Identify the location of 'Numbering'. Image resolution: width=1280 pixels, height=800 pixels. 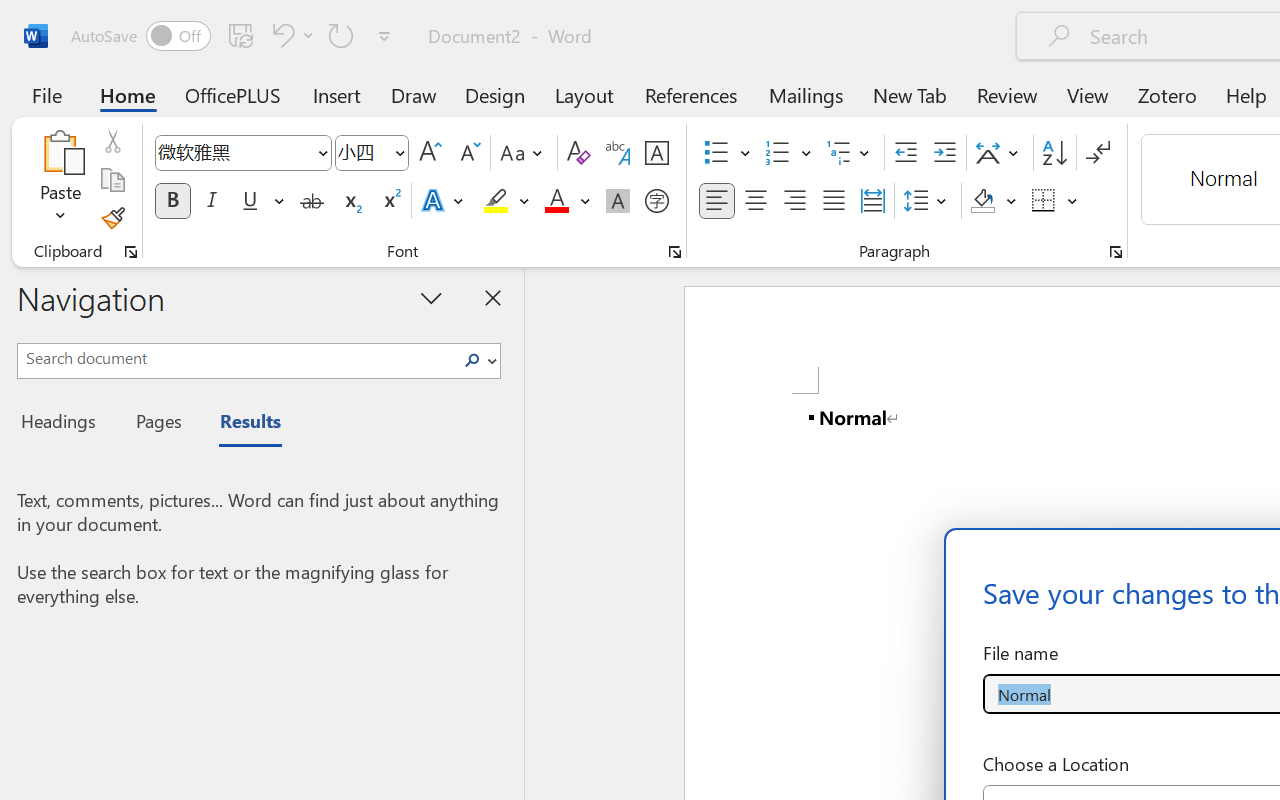
(777, 153).